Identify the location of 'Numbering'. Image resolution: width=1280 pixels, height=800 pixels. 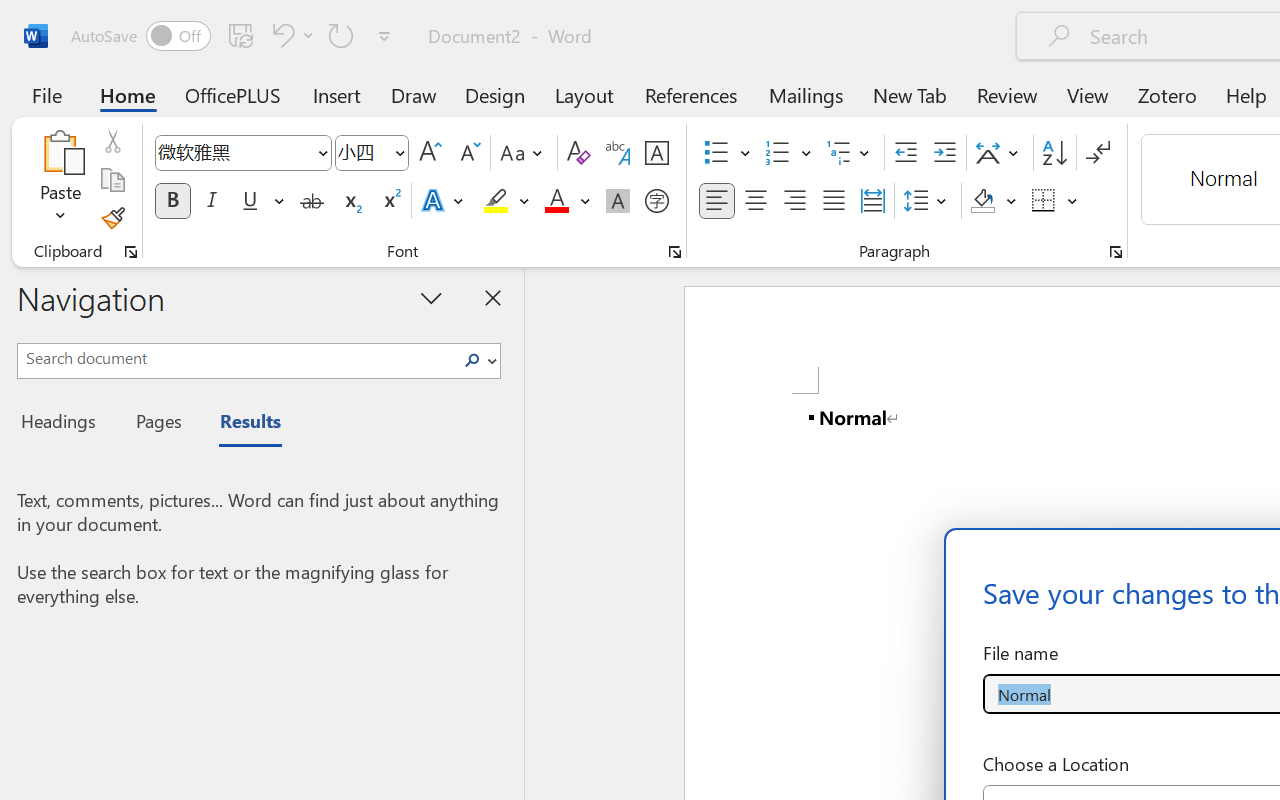
(777, 153).